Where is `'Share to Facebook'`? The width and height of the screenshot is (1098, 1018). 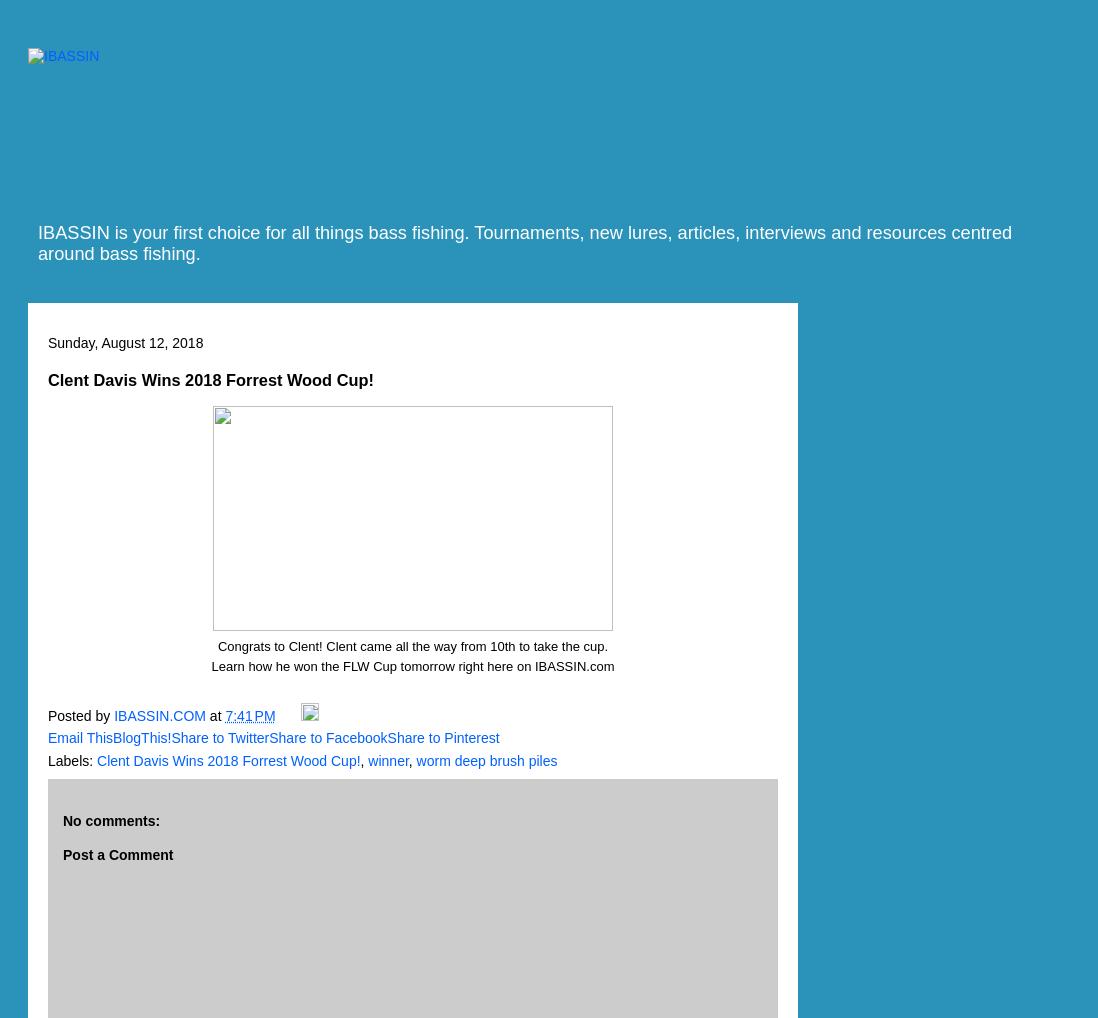
'Share to Facebook' is located at coordinates (327, 737).